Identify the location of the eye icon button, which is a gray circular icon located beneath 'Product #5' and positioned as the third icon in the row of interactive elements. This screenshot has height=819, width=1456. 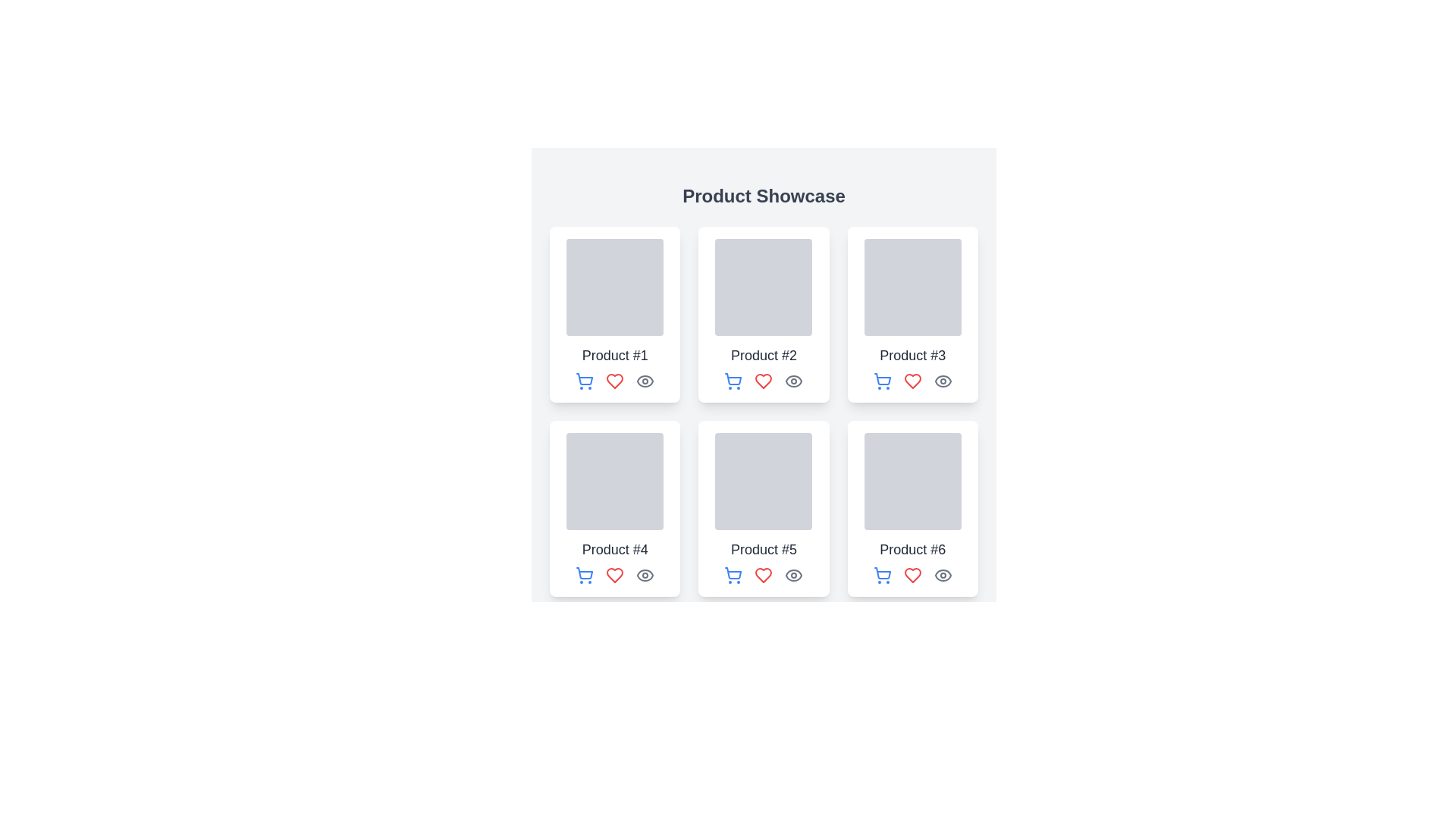
(793, 576).